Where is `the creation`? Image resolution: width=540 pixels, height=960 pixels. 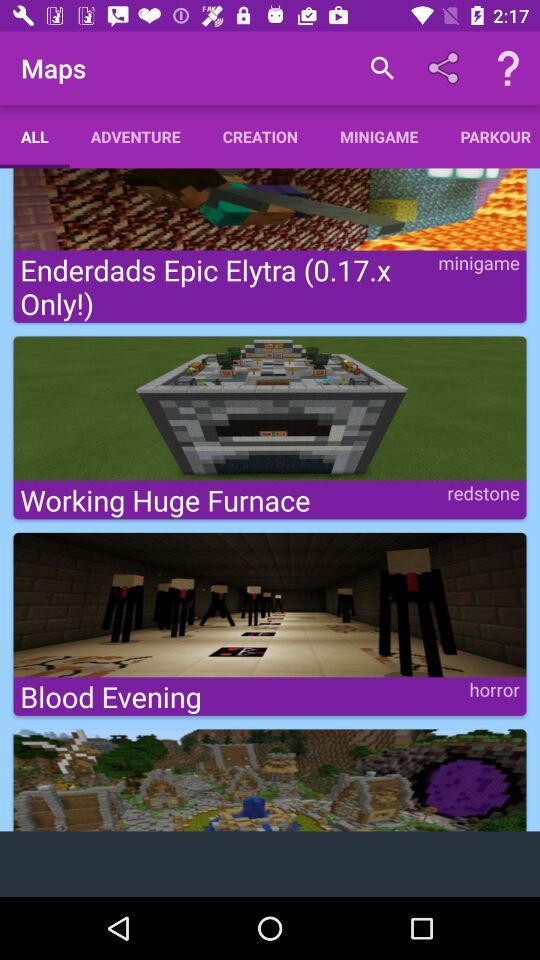
the creation is located at coordinates (260, 135).